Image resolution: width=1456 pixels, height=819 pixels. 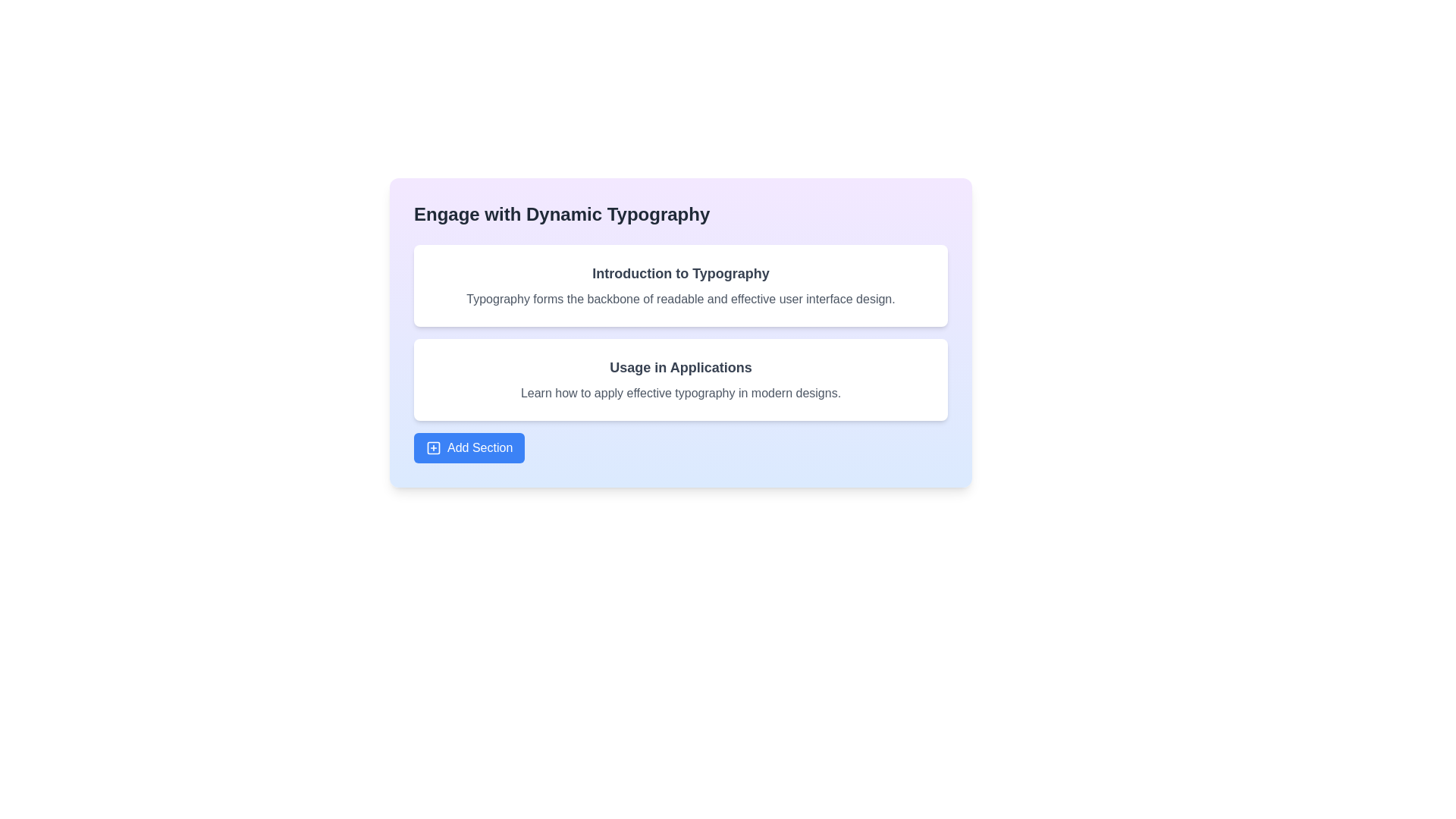 What do you see at coordinates (679, 393) in the screenshot?
I see `descriptive text element located below the heading 'Usage in Applications', which displays the message: 'Learn how to apply effective typography in modern designs.'` at bounding box center [679, 393].